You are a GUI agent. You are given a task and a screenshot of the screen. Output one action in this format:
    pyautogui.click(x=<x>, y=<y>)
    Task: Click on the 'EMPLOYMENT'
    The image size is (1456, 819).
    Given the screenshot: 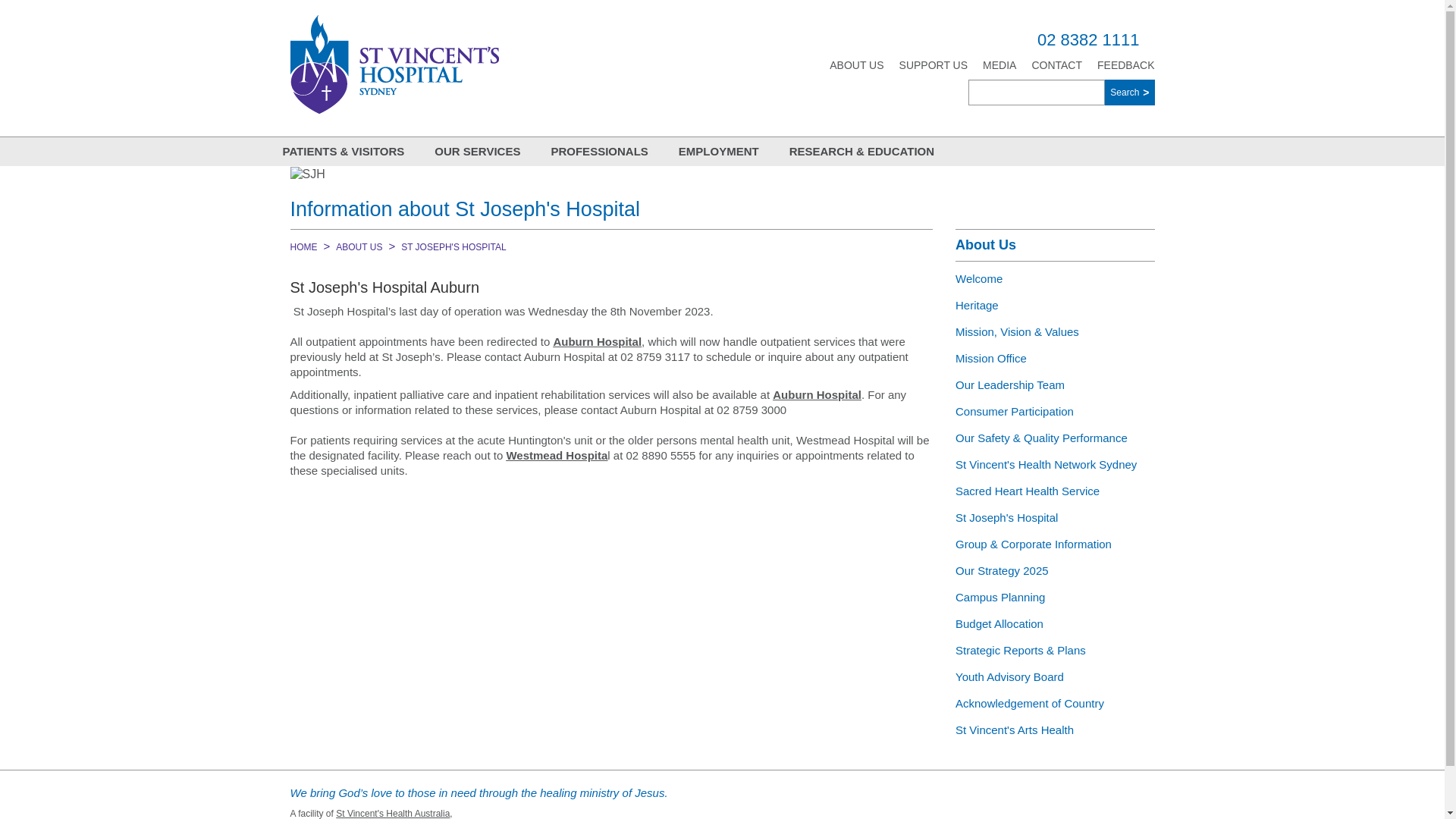 What is the action you would take?
    pyautogui.click(x=718, y=152)
    